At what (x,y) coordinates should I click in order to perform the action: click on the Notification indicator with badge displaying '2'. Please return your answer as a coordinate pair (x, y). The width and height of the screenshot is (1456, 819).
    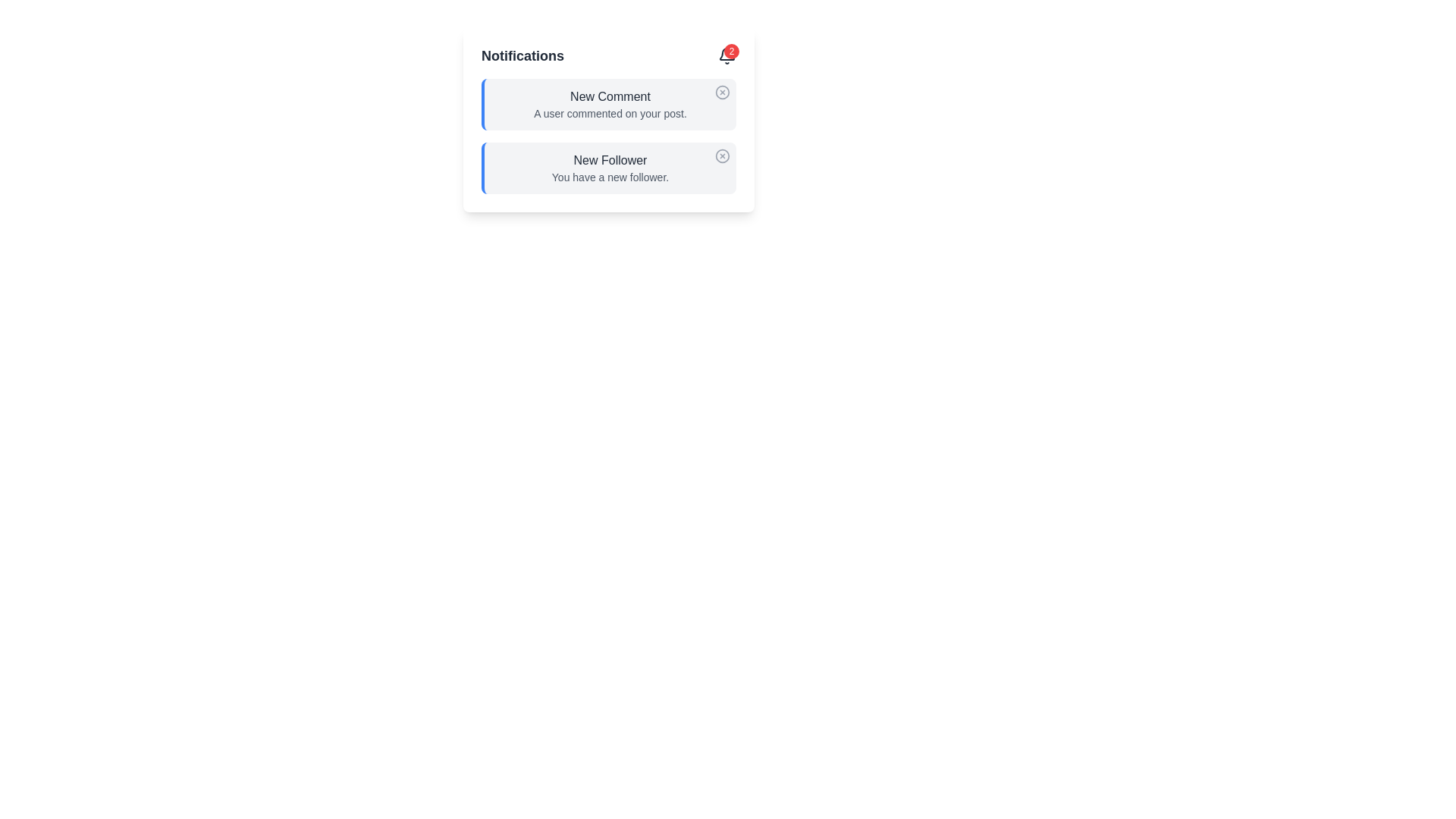
    Looking at the image, I should click on (726, 55).